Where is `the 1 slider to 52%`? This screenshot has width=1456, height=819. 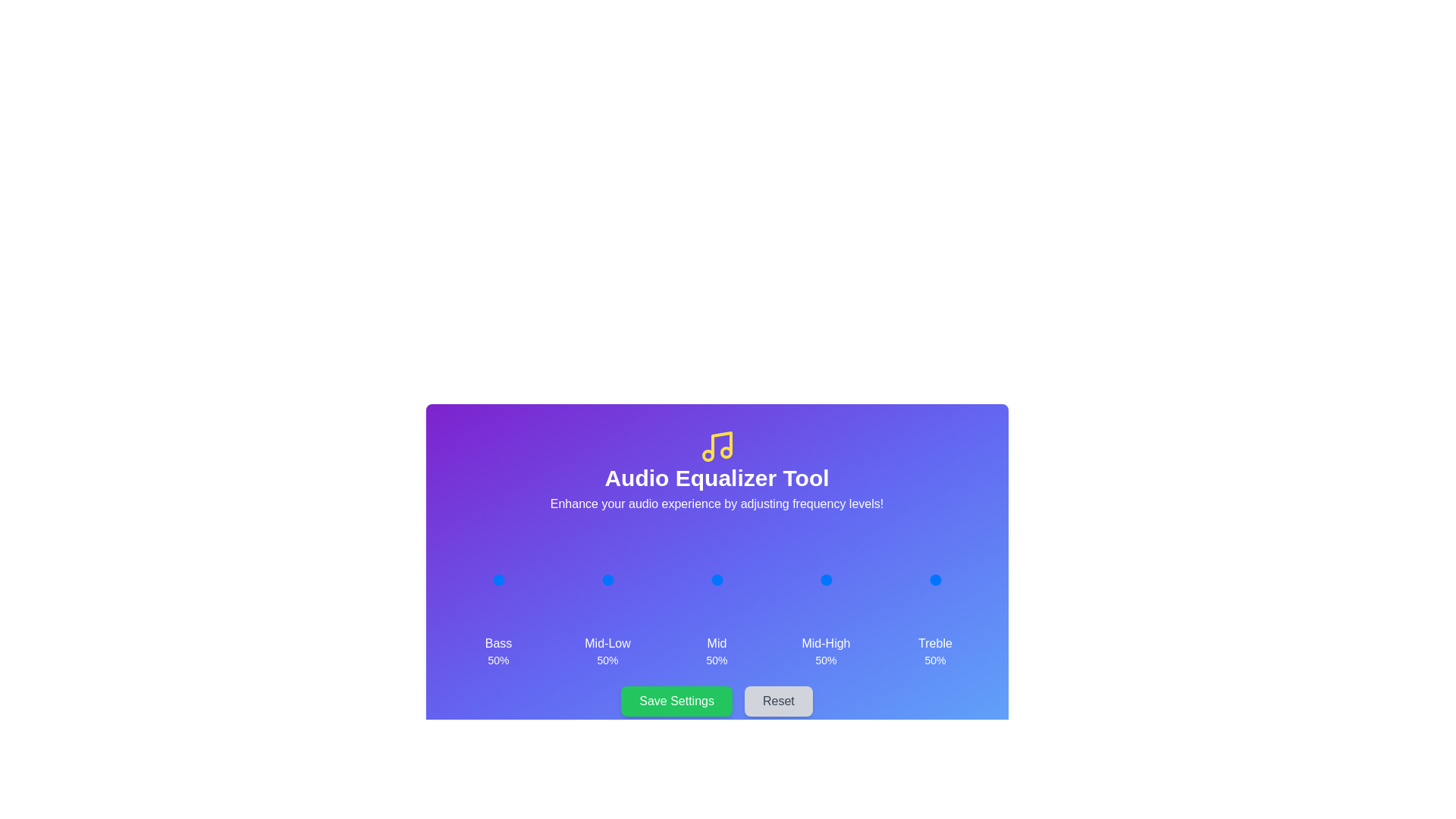
the 1 slider to 52% is located at coordinates (608, 579).